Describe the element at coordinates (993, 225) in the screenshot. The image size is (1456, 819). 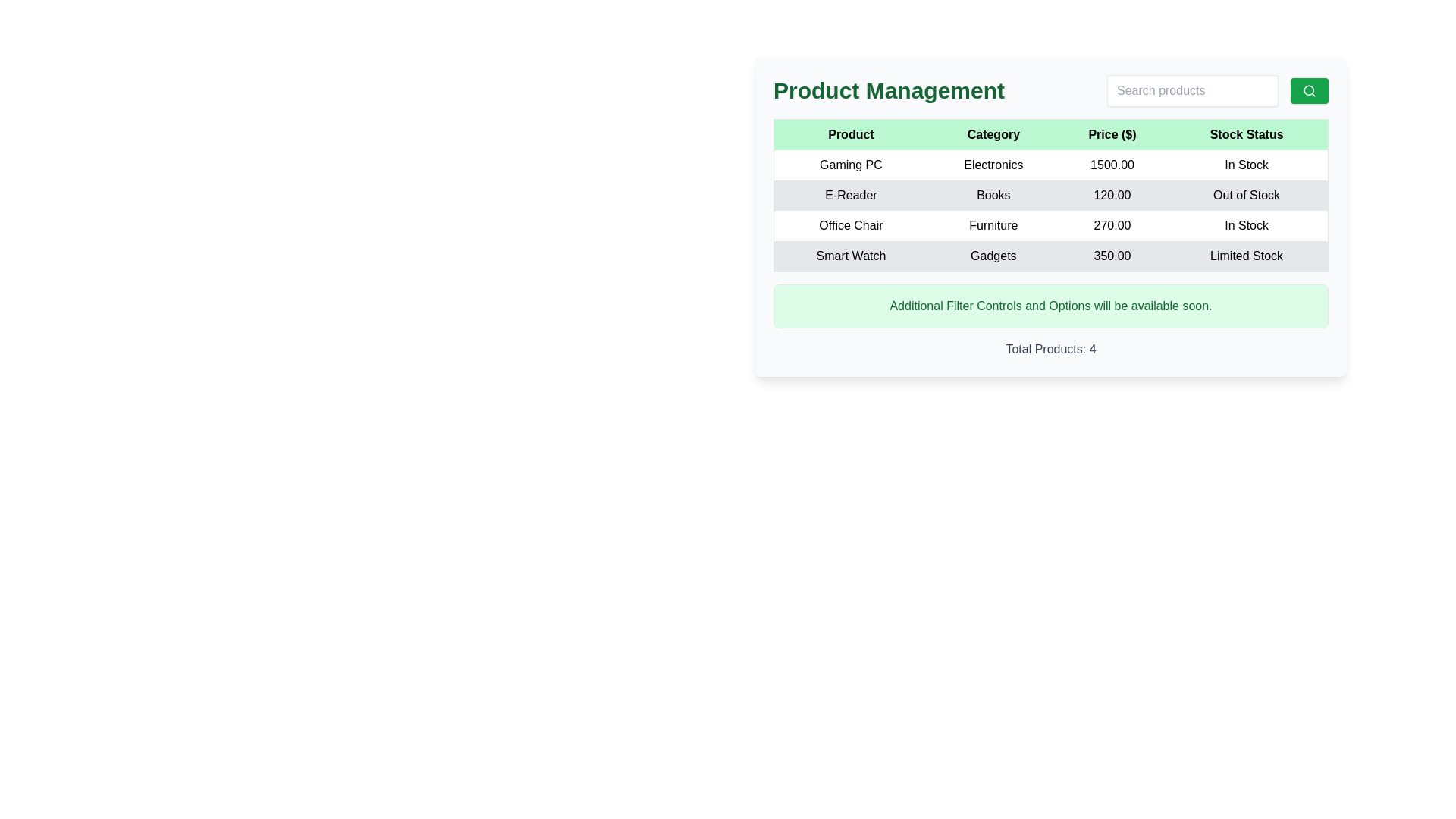
I see `the 'Category' text label for the product 'Office Chair', which is positioned in the second column of the grid layout, between the 'Product' and 'Price ($)' fields` at that location.